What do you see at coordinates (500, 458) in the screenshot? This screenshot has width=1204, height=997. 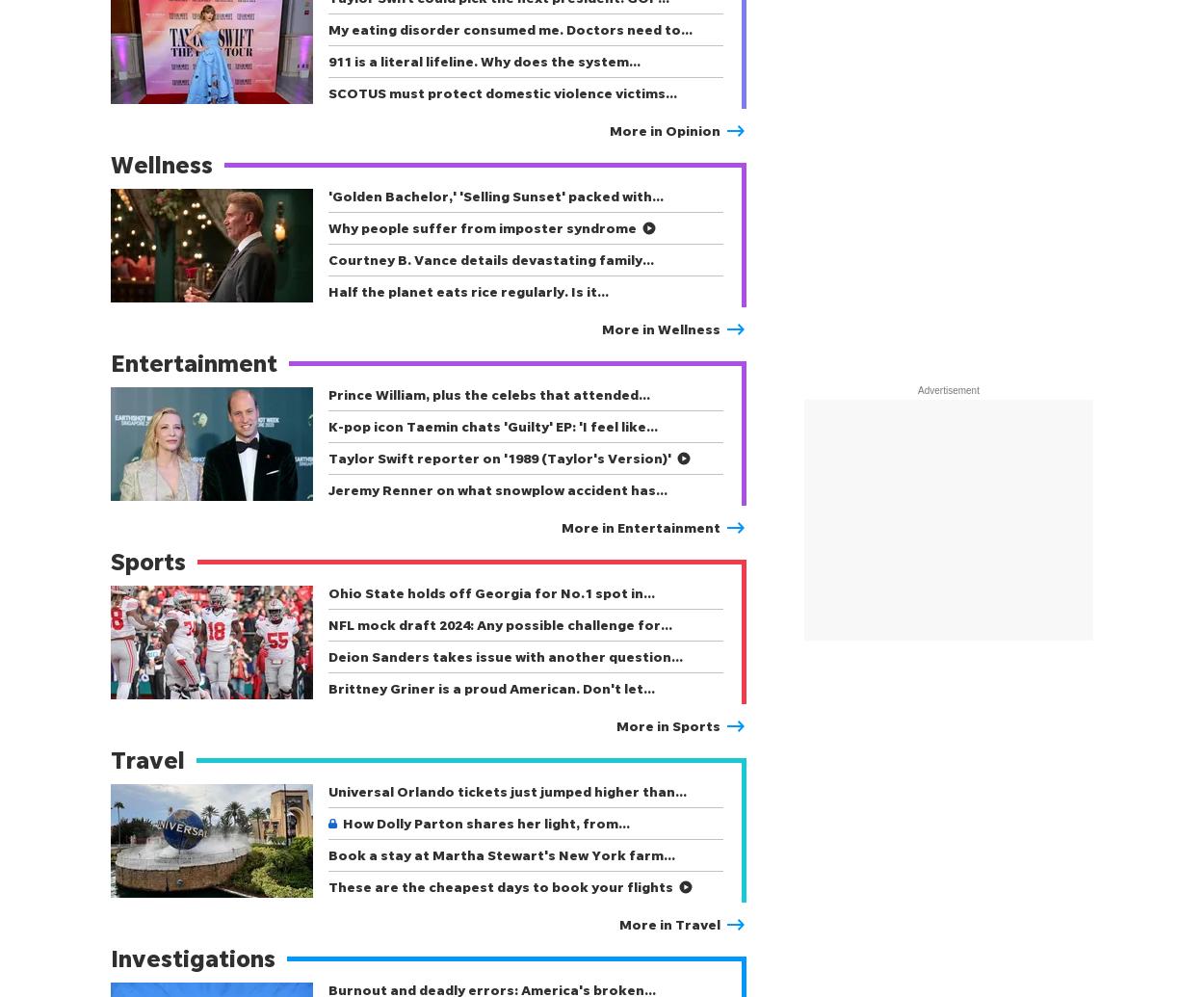 I see `'Taylor Swift reporter on '1989 (Taylor's Version)''` at bounding box center [500, 458].